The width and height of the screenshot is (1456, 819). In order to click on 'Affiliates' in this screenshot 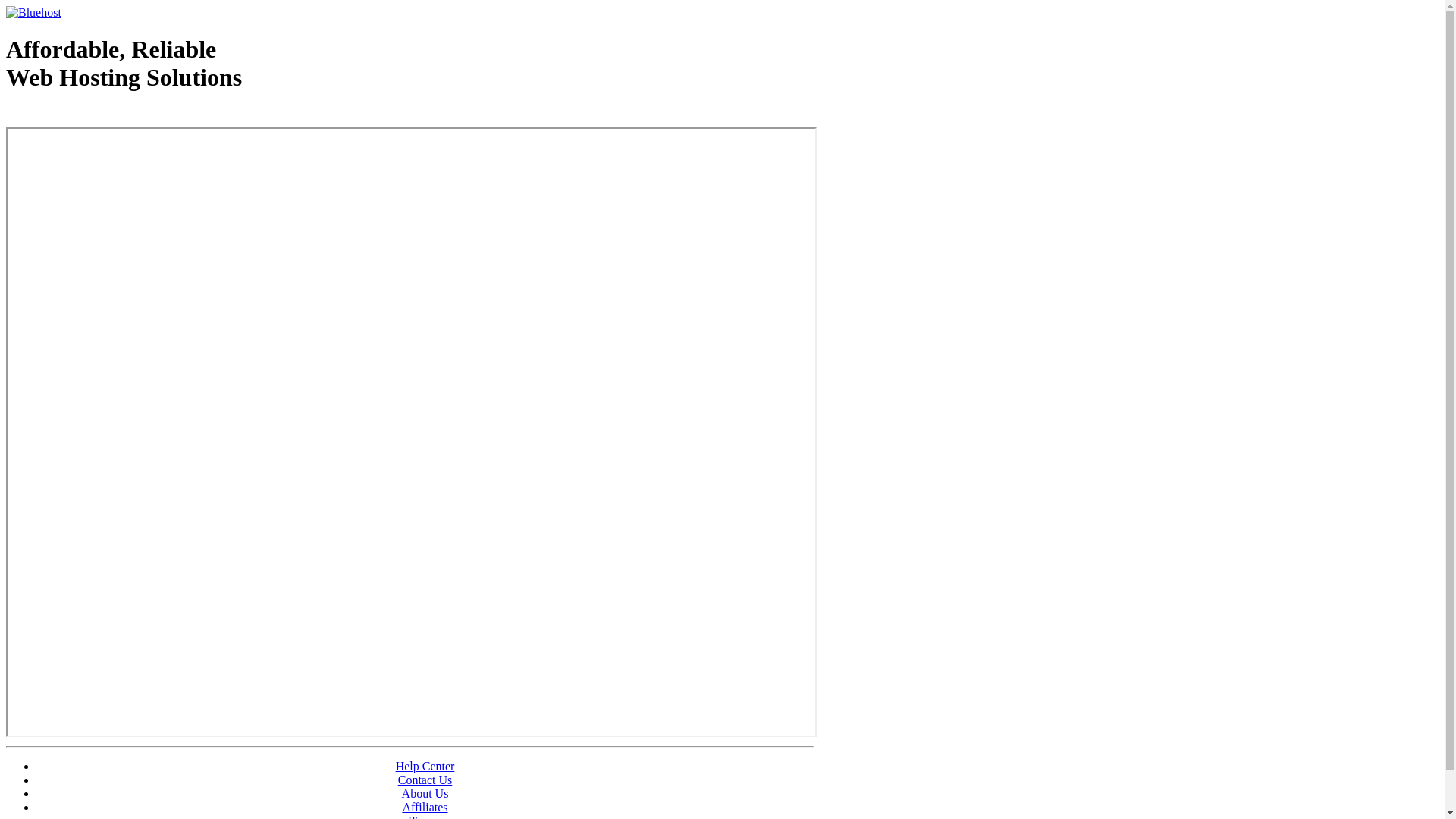, I will do `click(425, 806)`.